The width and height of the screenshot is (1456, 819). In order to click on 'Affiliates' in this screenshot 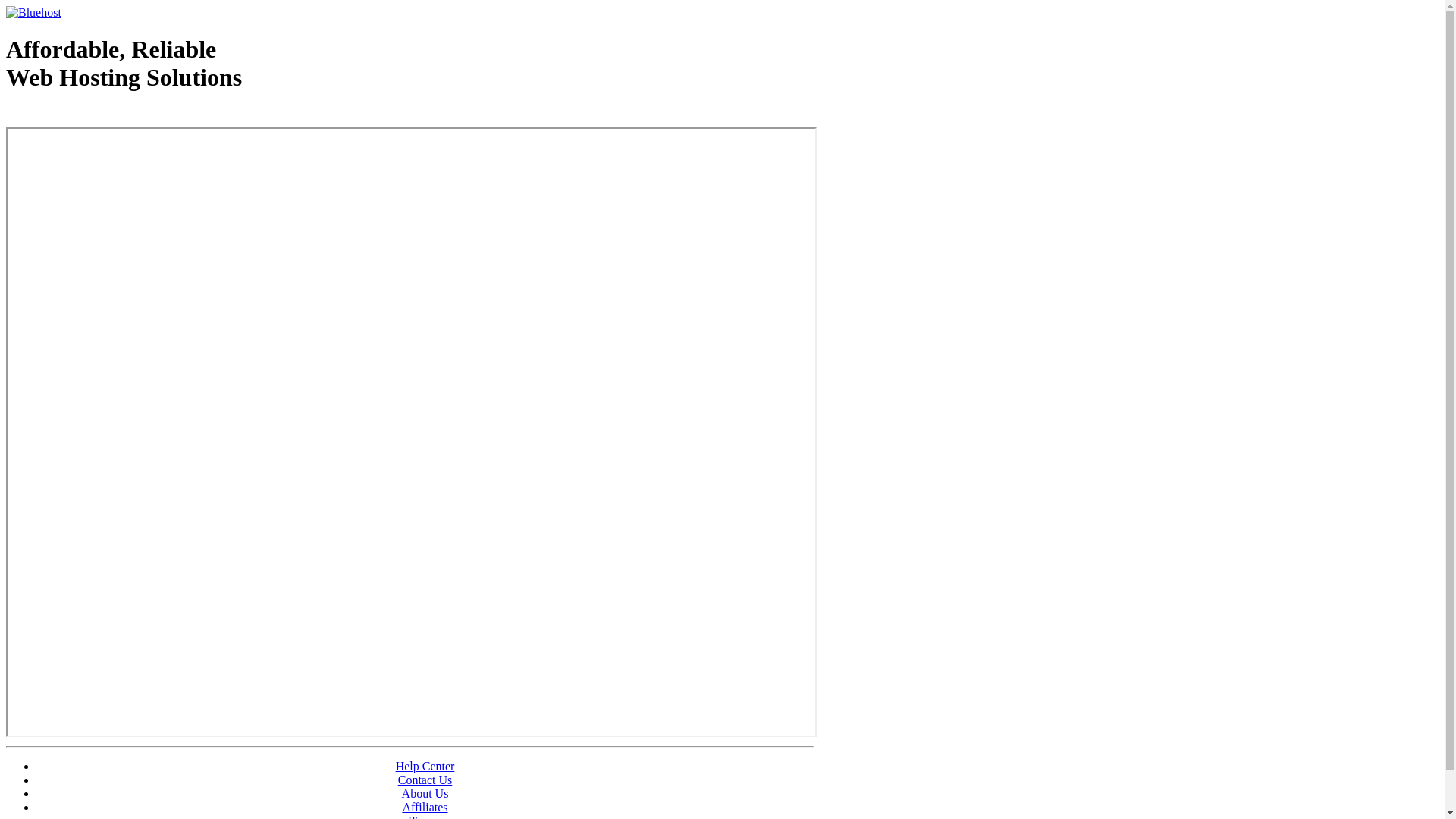, I will do `click(425, 806)`.